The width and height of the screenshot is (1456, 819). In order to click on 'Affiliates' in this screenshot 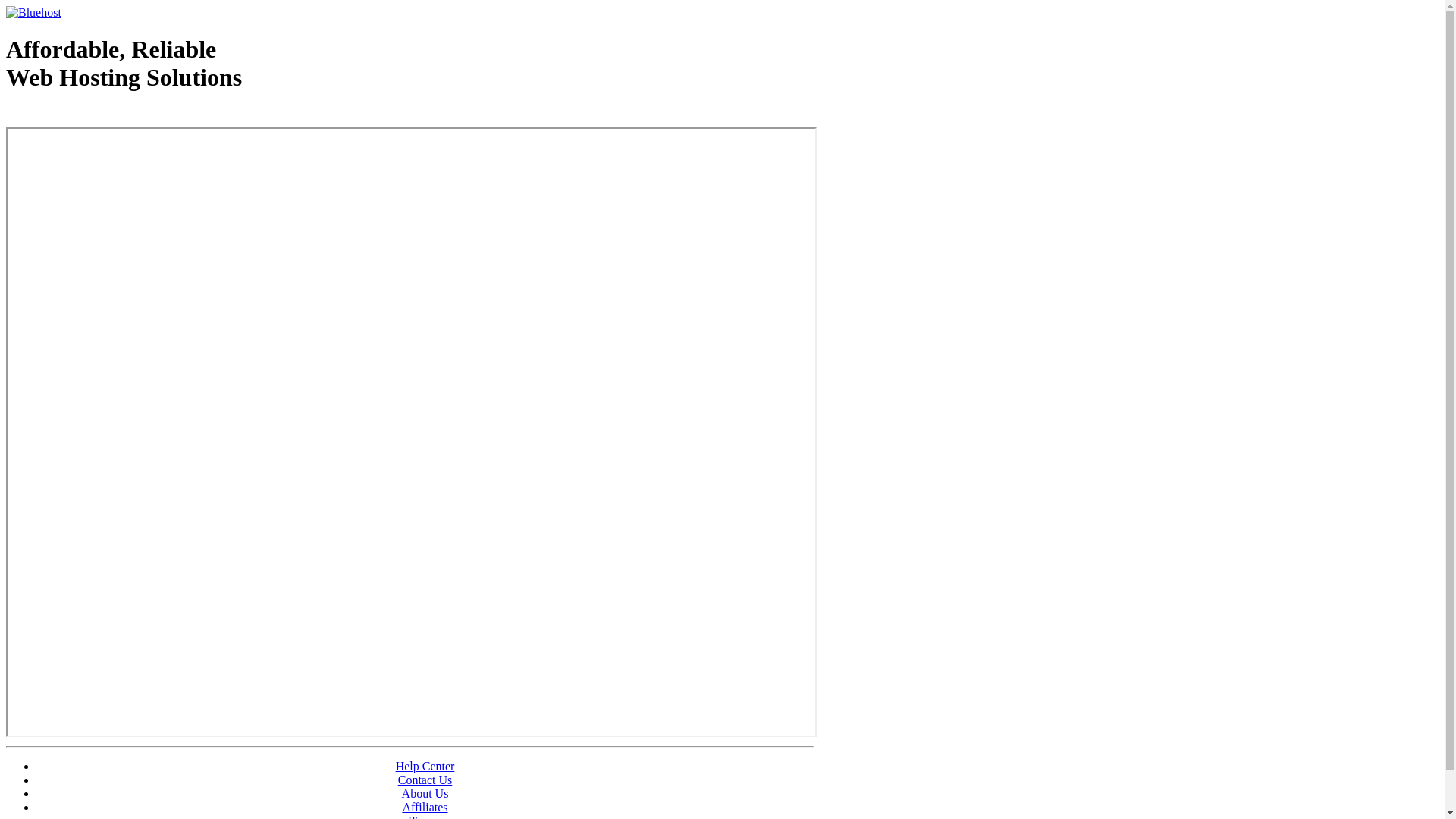, I will do `click(425, 806)`.